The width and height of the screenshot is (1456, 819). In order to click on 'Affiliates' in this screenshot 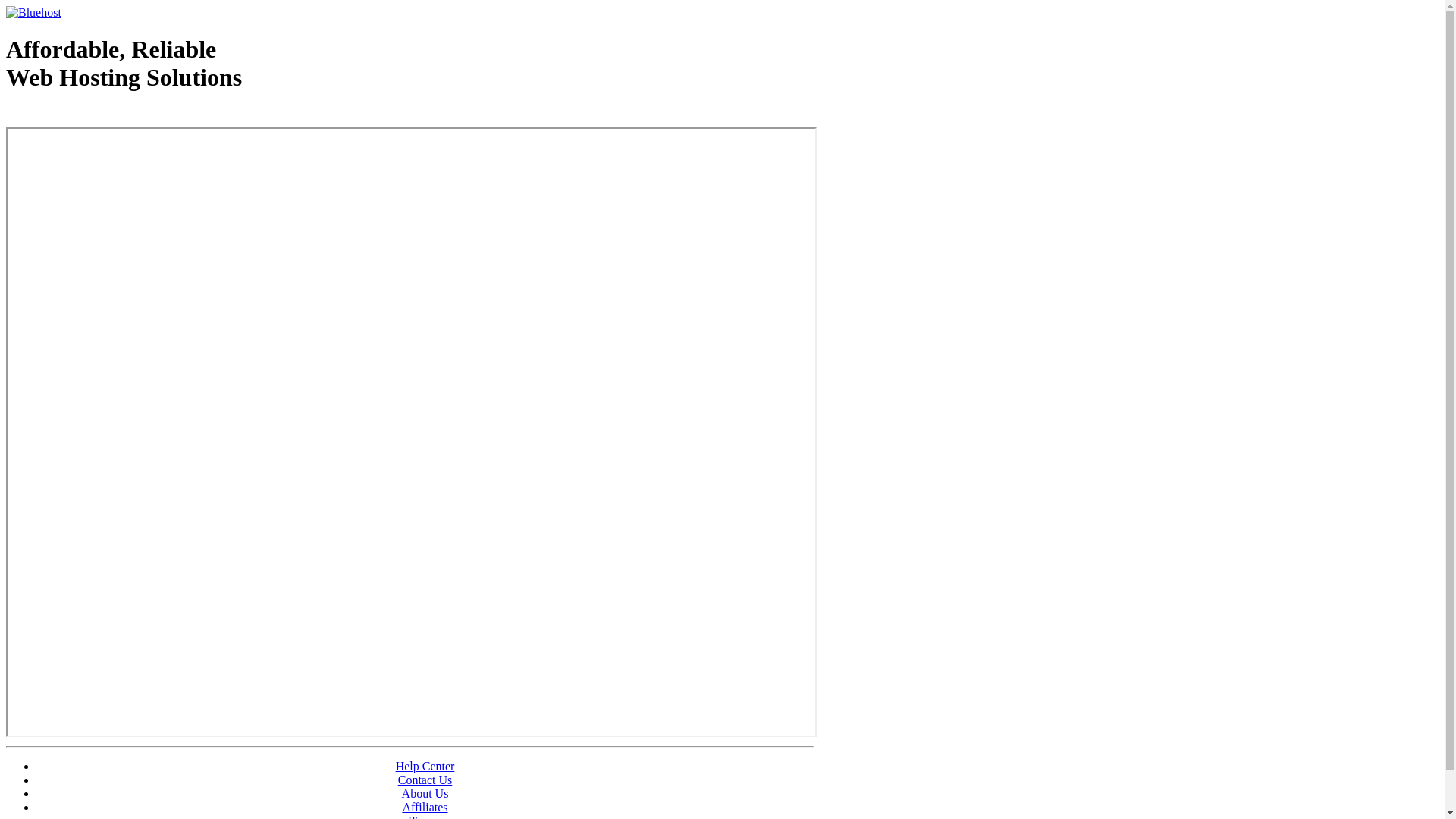, I will do `click(425, 806)`.